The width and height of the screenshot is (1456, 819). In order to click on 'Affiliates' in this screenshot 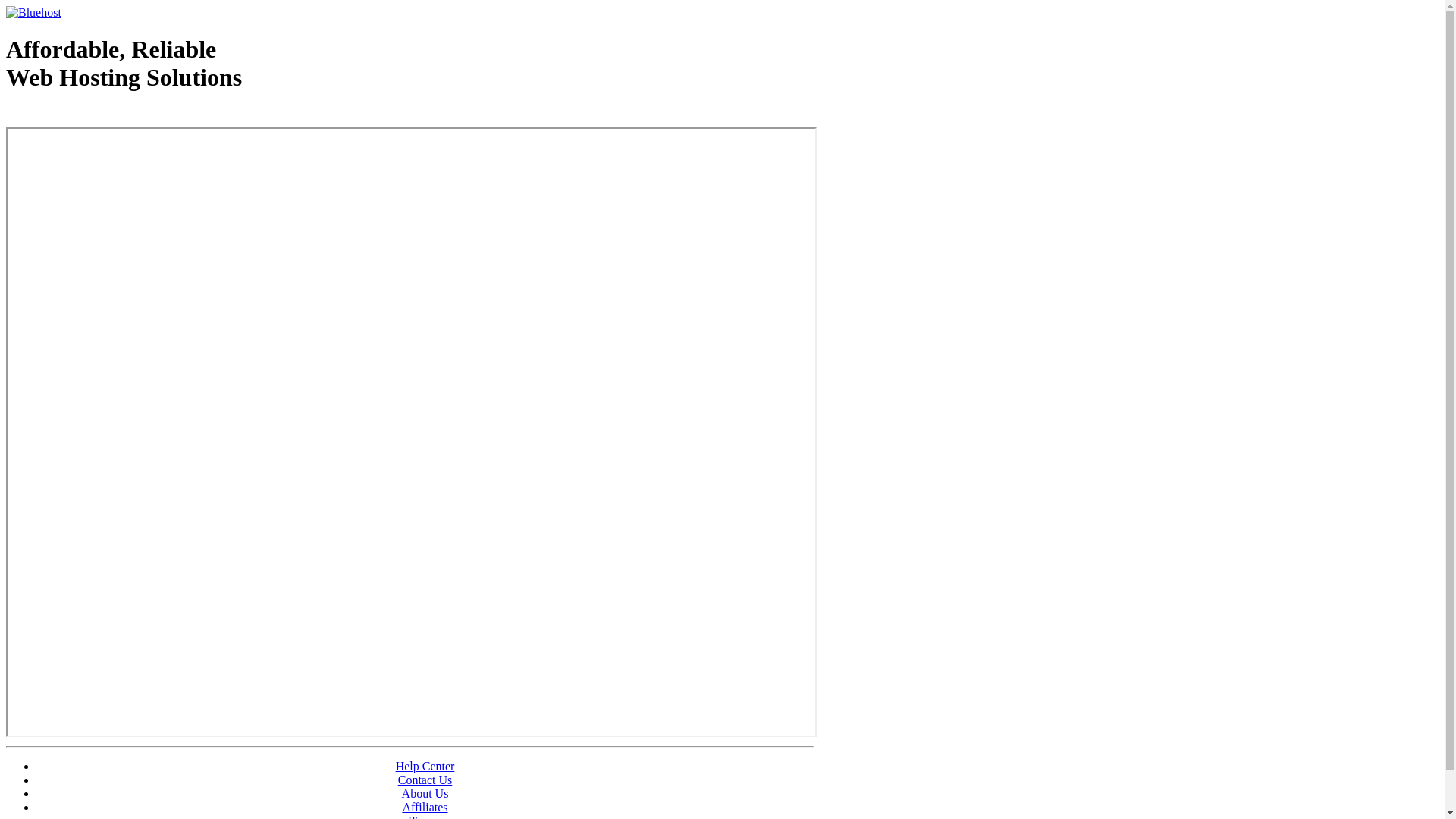, I will do `click(425, 806)`.